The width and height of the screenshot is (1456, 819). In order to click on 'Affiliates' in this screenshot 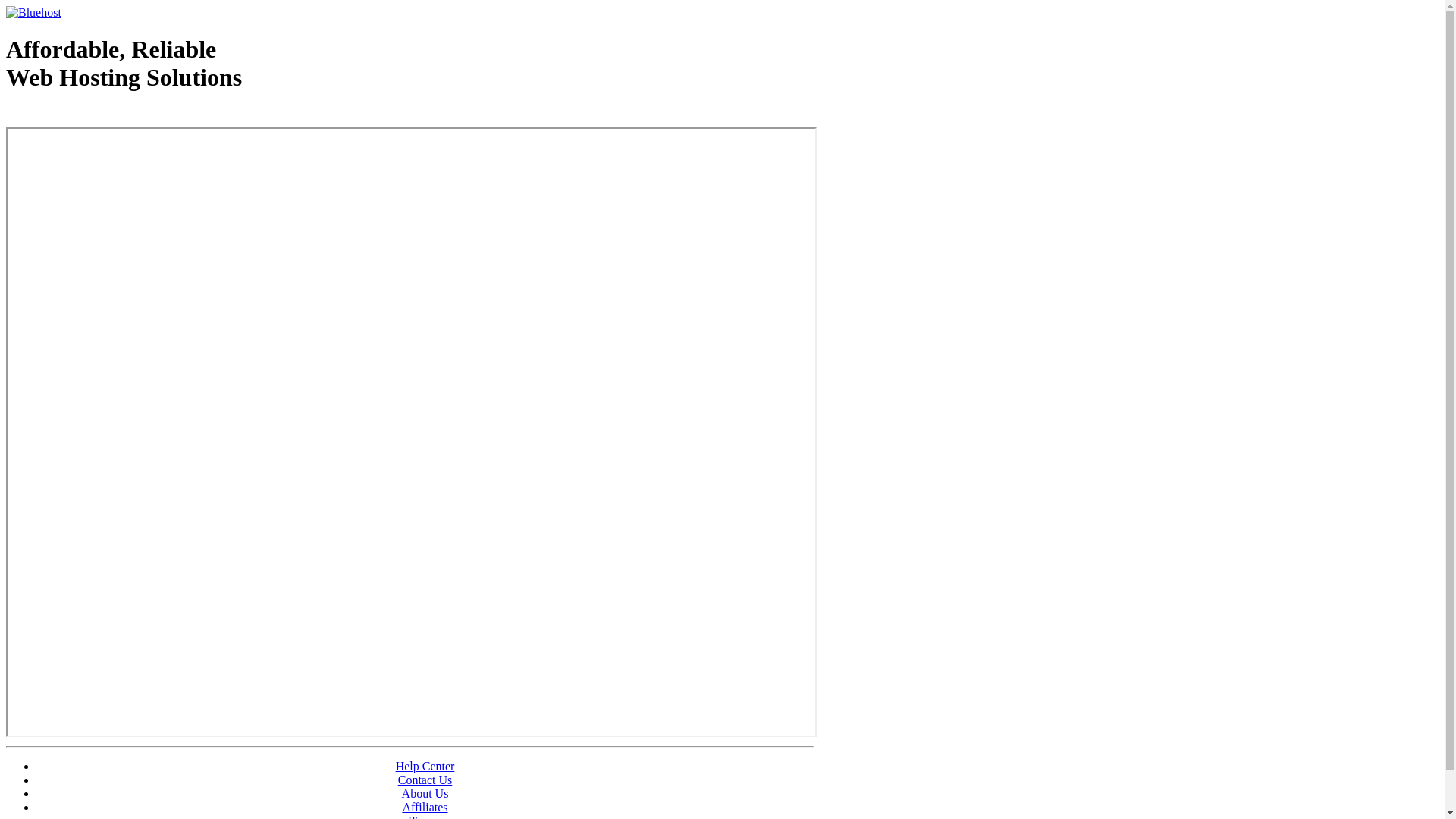, I will do `click(425, 806)`.